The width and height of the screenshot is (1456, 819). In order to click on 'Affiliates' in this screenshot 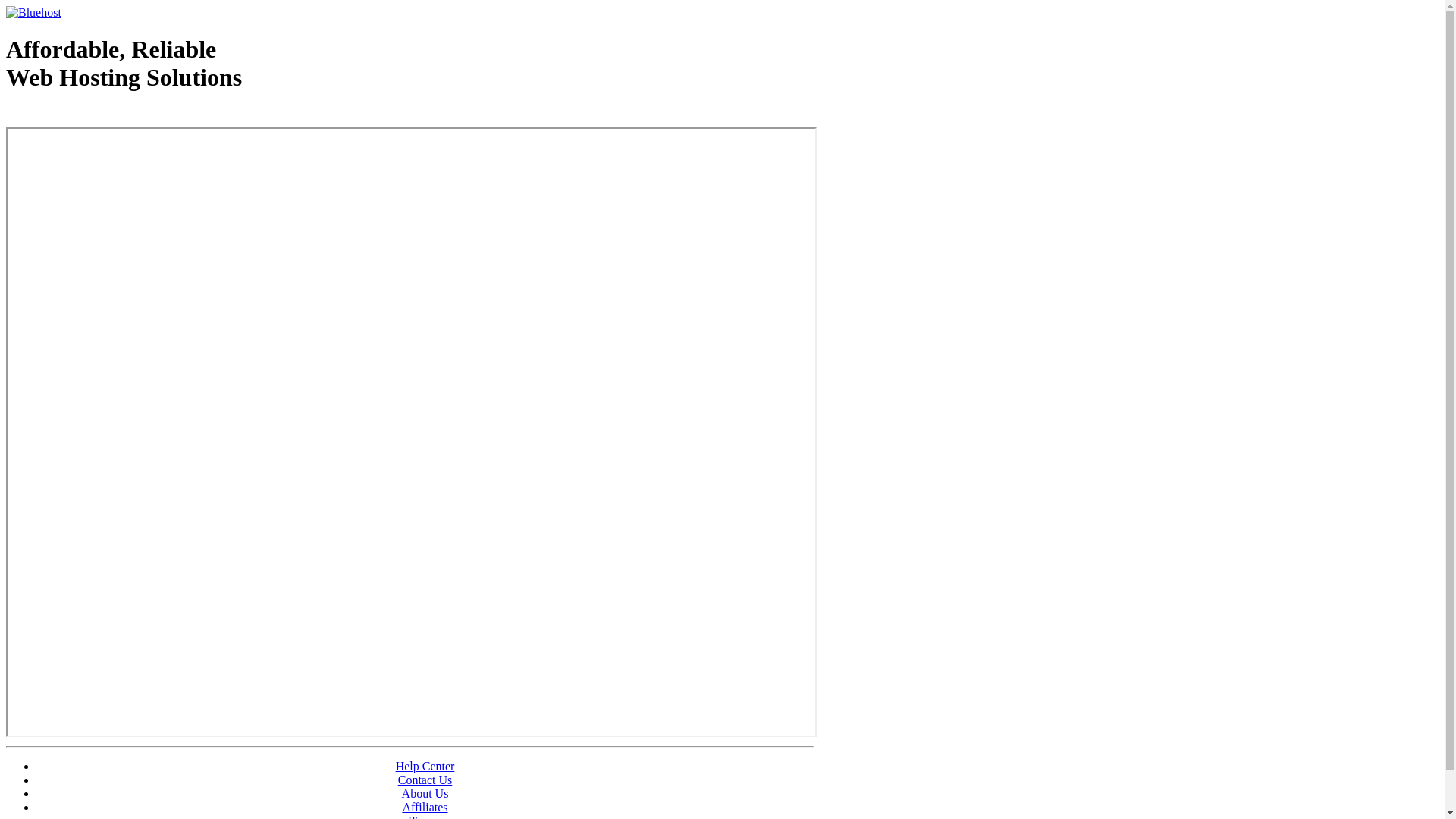, I will do `click(425, 806)`.